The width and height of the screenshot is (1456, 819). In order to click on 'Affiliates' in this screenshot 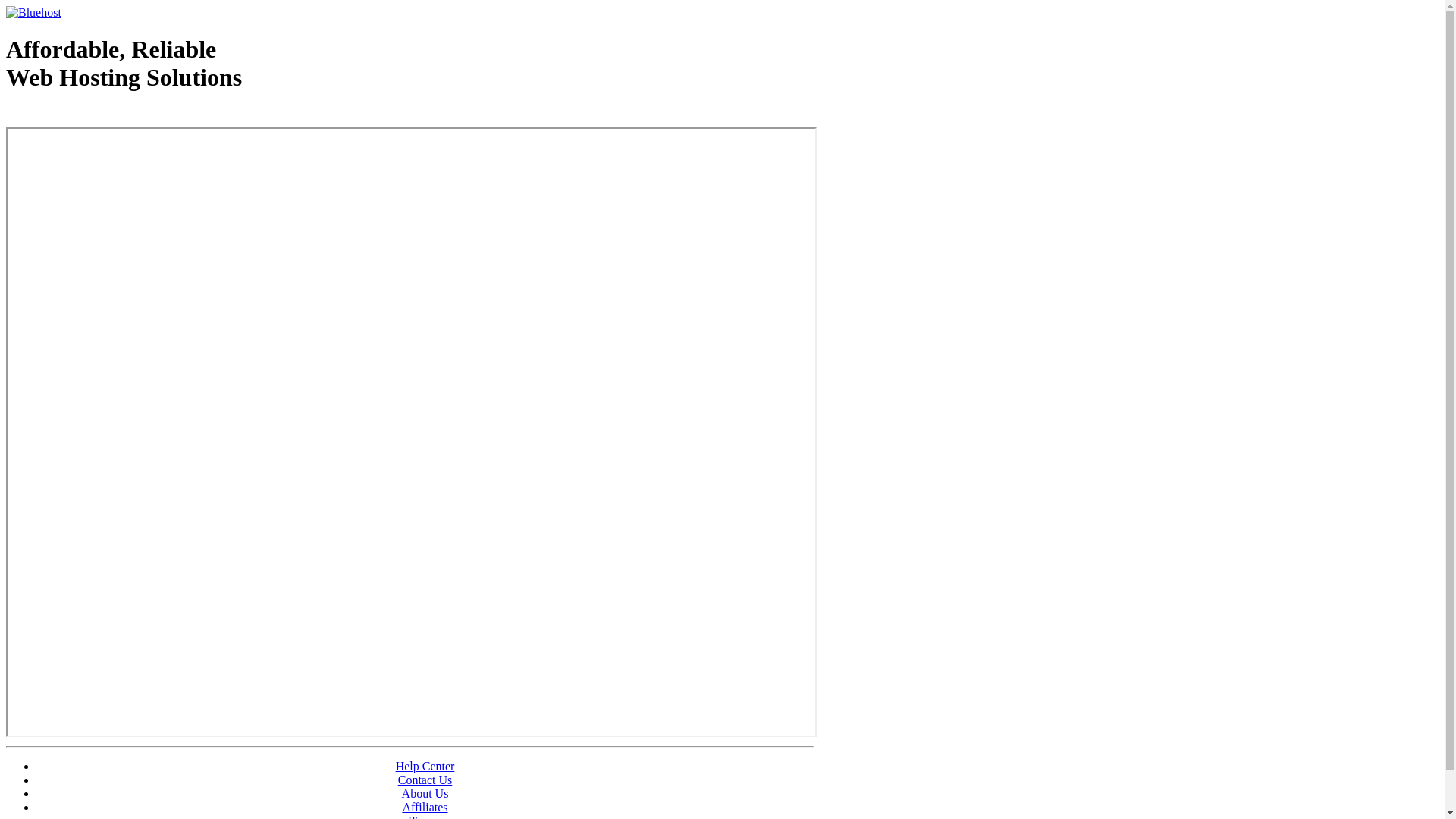, I will do `click(425, 806)`.